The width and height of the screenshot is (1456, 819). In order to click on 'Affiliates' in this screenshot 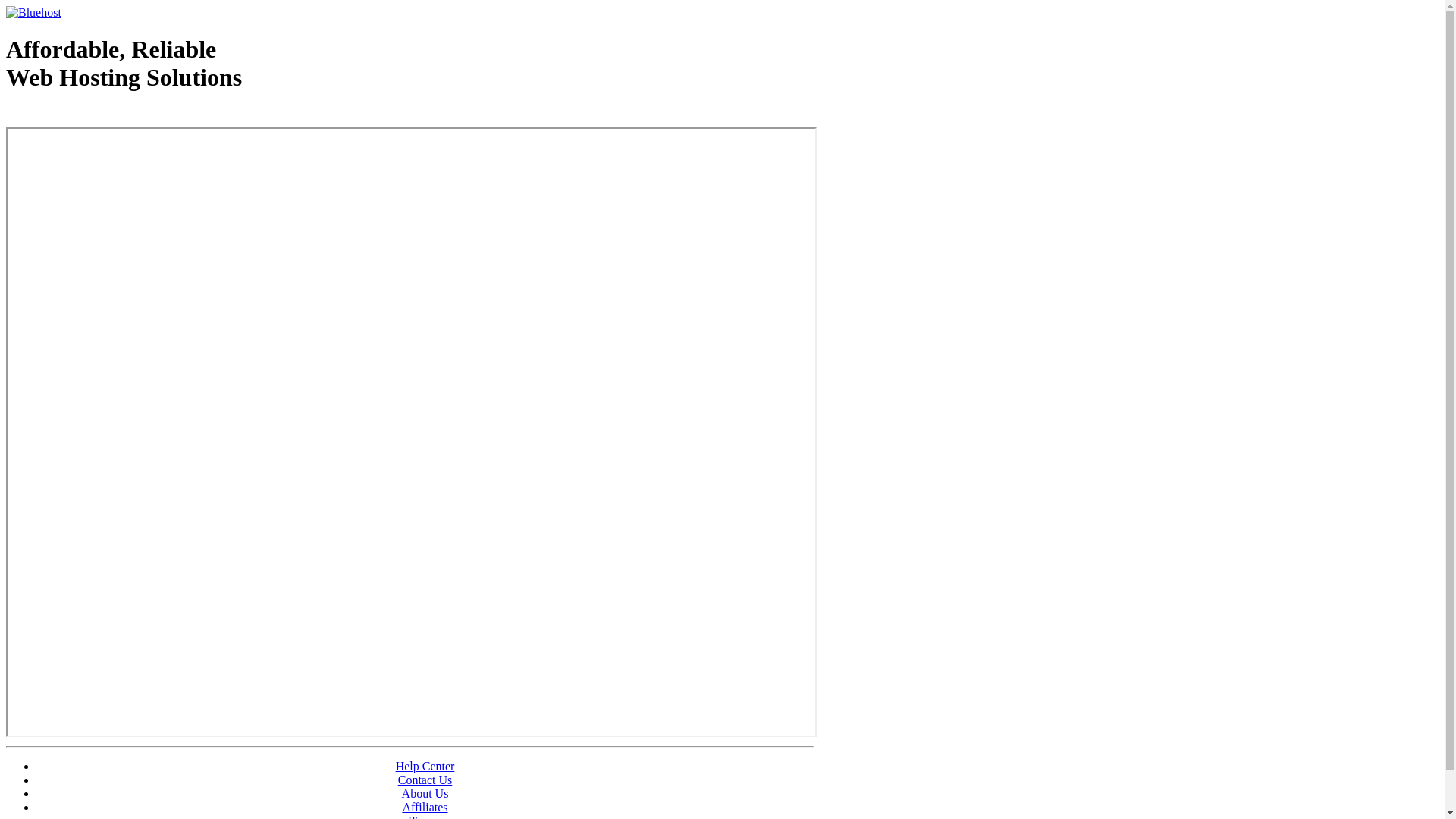, I will do `click(425, 806)`.